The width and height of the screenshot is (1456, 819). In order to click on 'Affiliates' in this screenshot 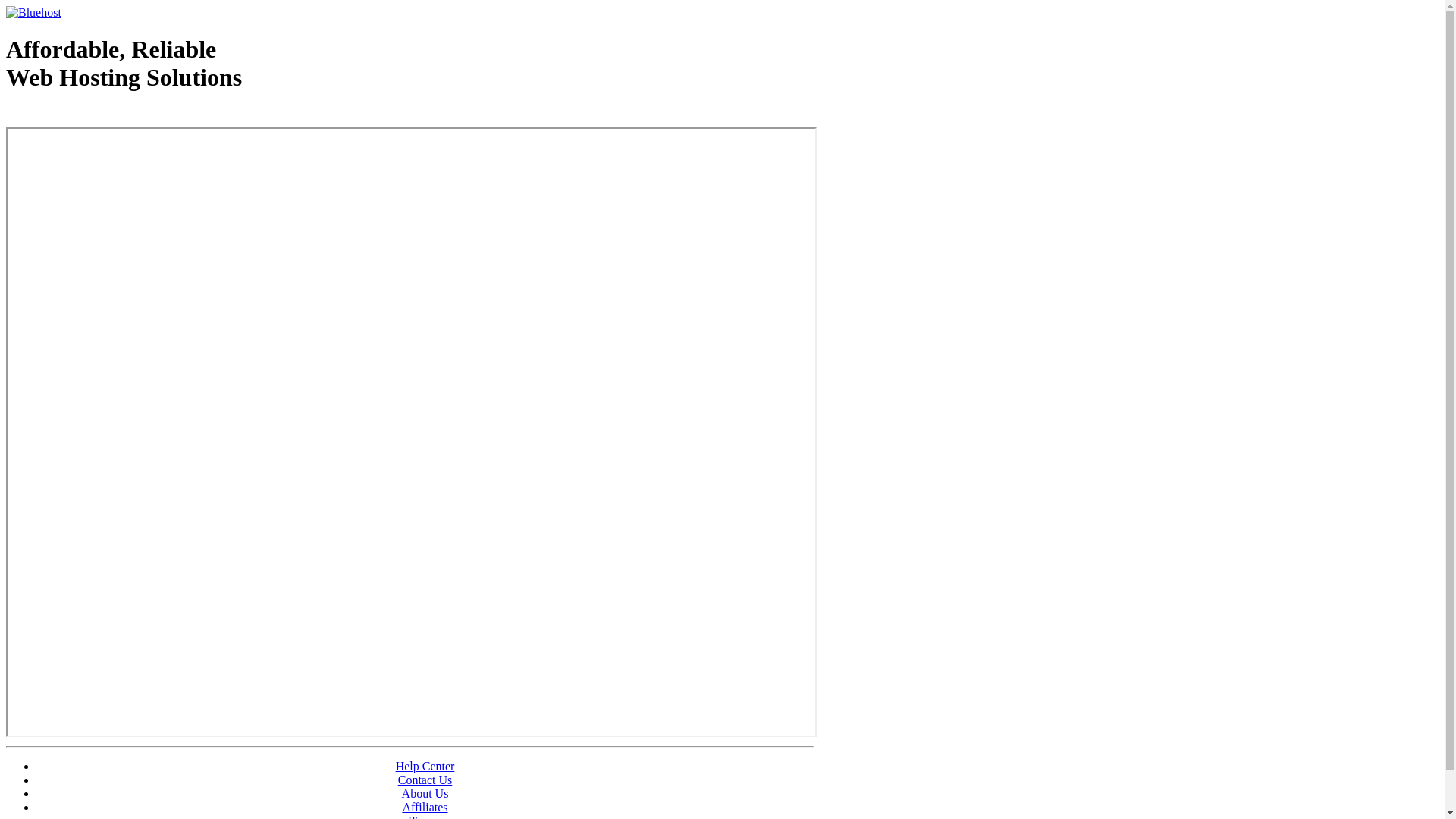, I will do `click(425, 806)`.